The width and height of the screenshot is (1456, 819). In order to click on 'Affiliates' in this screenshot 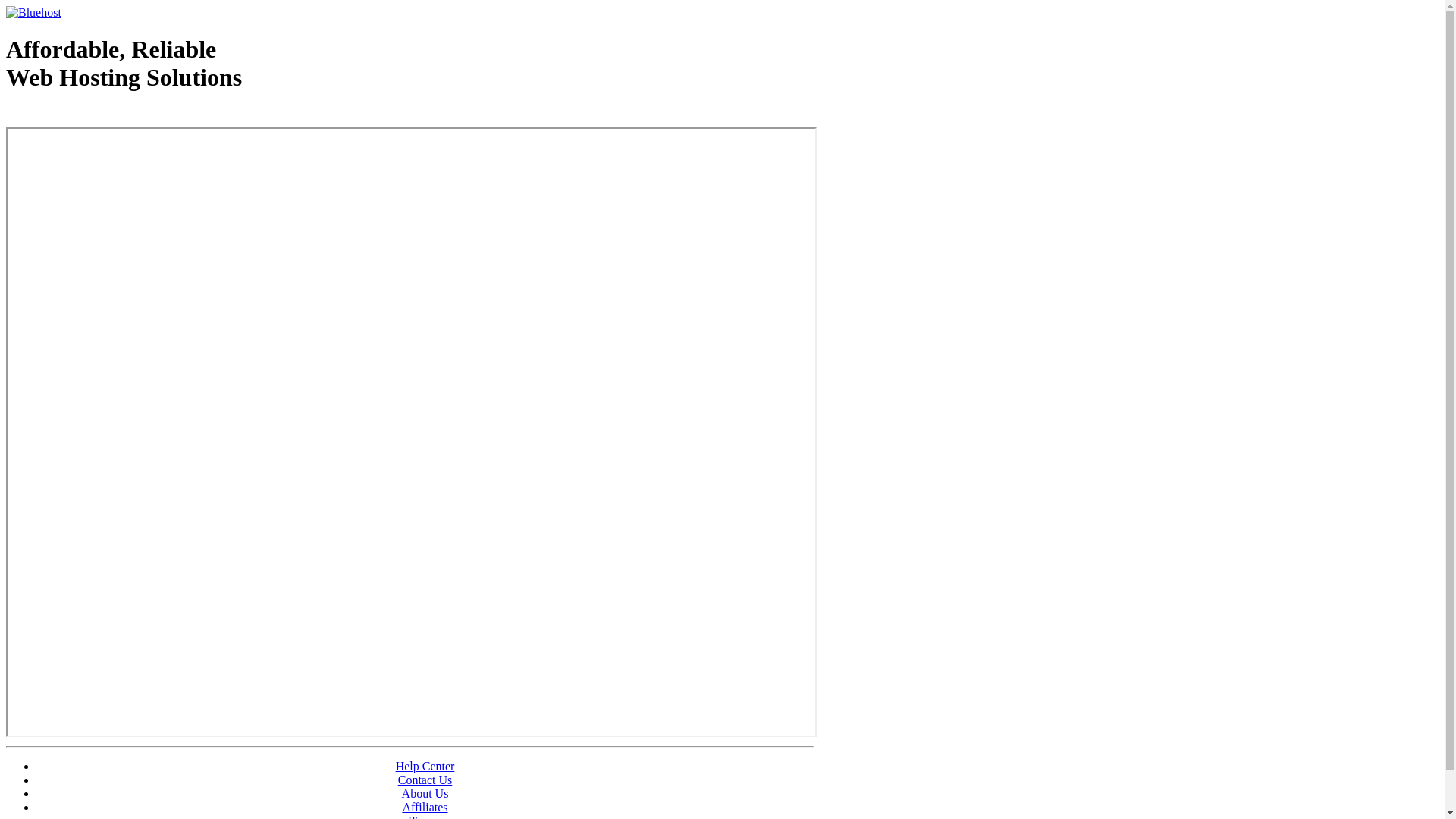, I will do `click(425, 806)`.